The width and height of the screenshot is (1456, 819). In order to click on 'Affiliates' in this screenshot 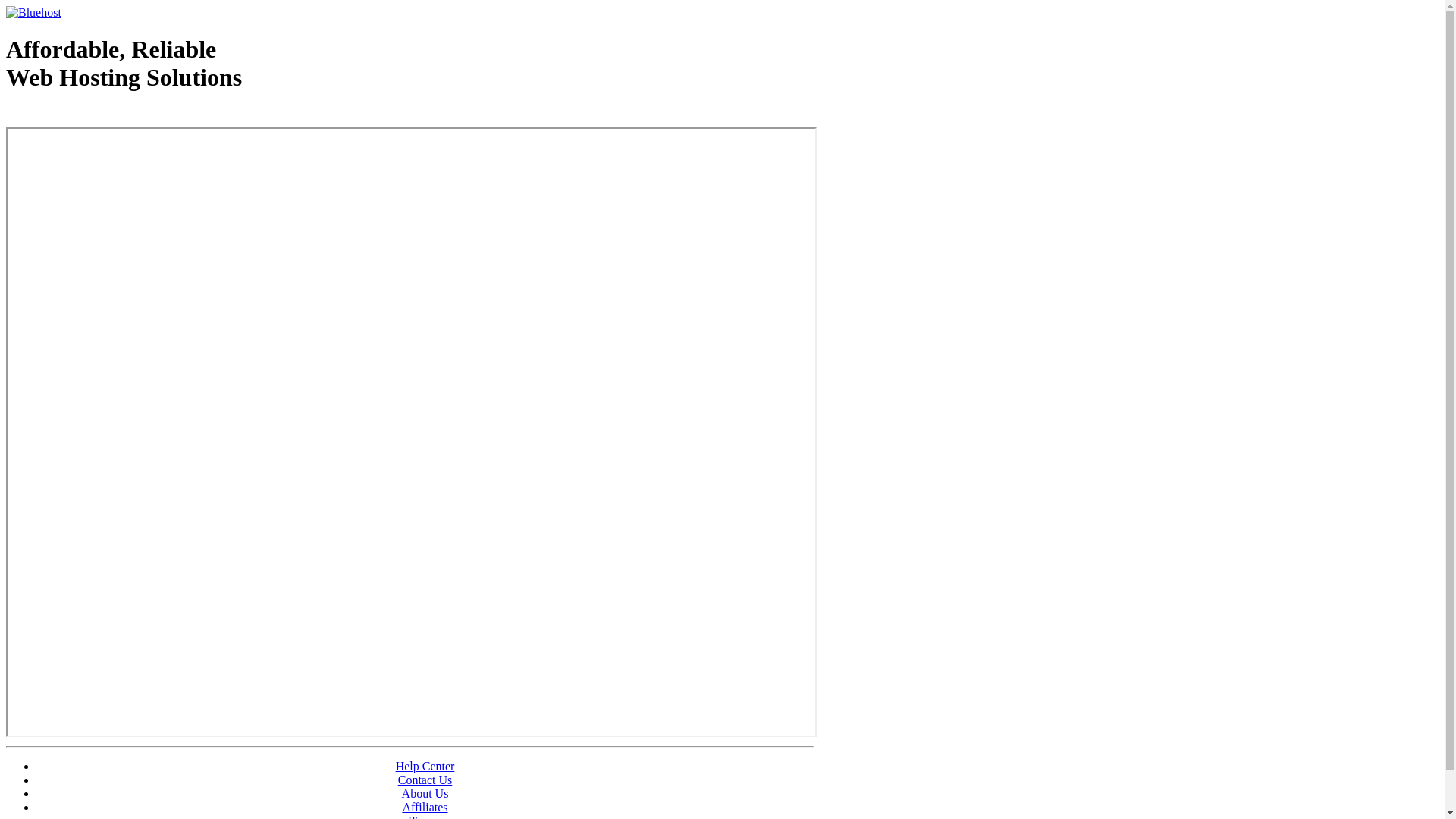, I will do `click(425, 806)`.